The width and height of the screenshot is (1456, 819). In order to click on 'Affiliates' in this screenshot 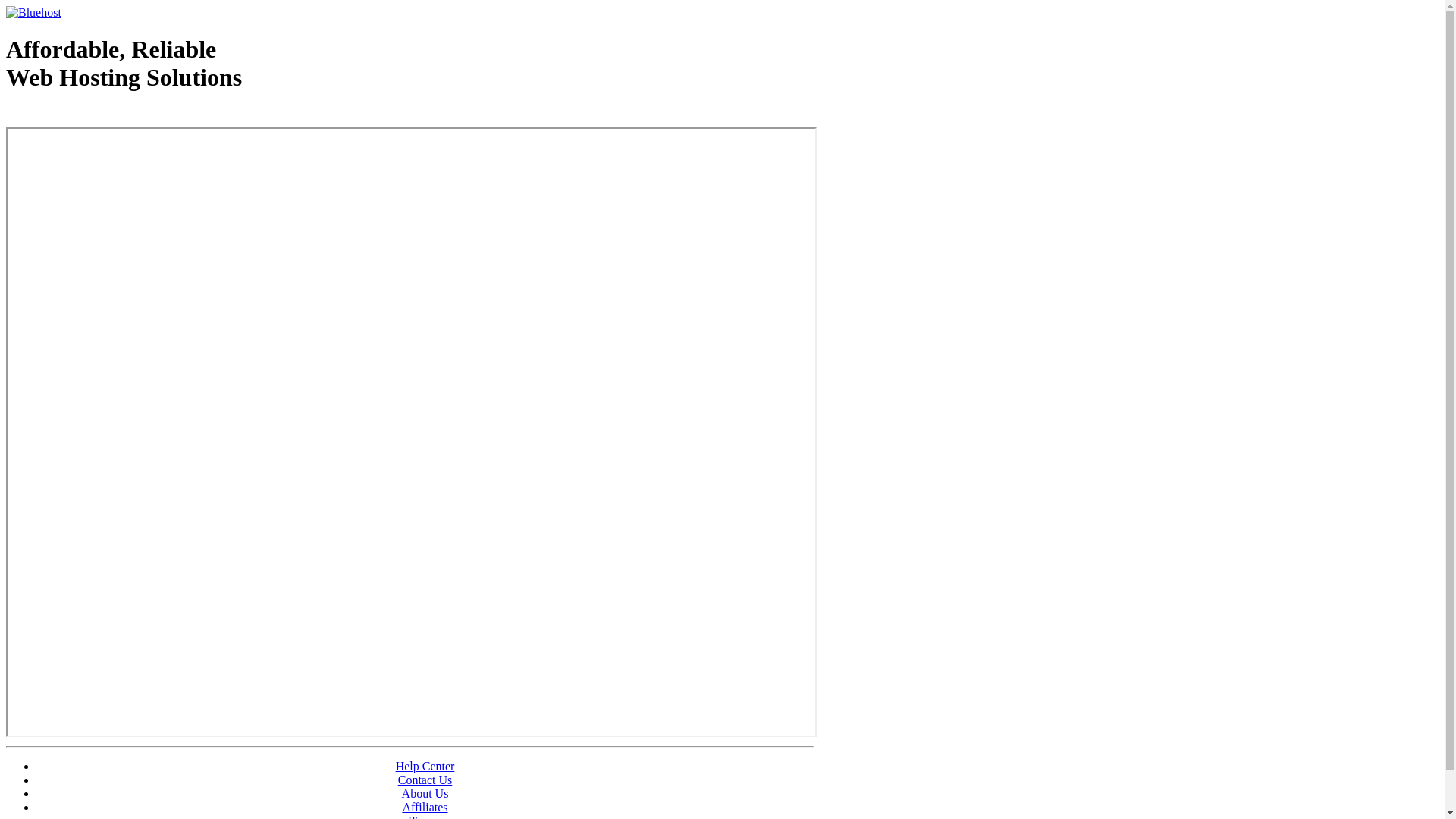, I will do `click(425, 806)`.